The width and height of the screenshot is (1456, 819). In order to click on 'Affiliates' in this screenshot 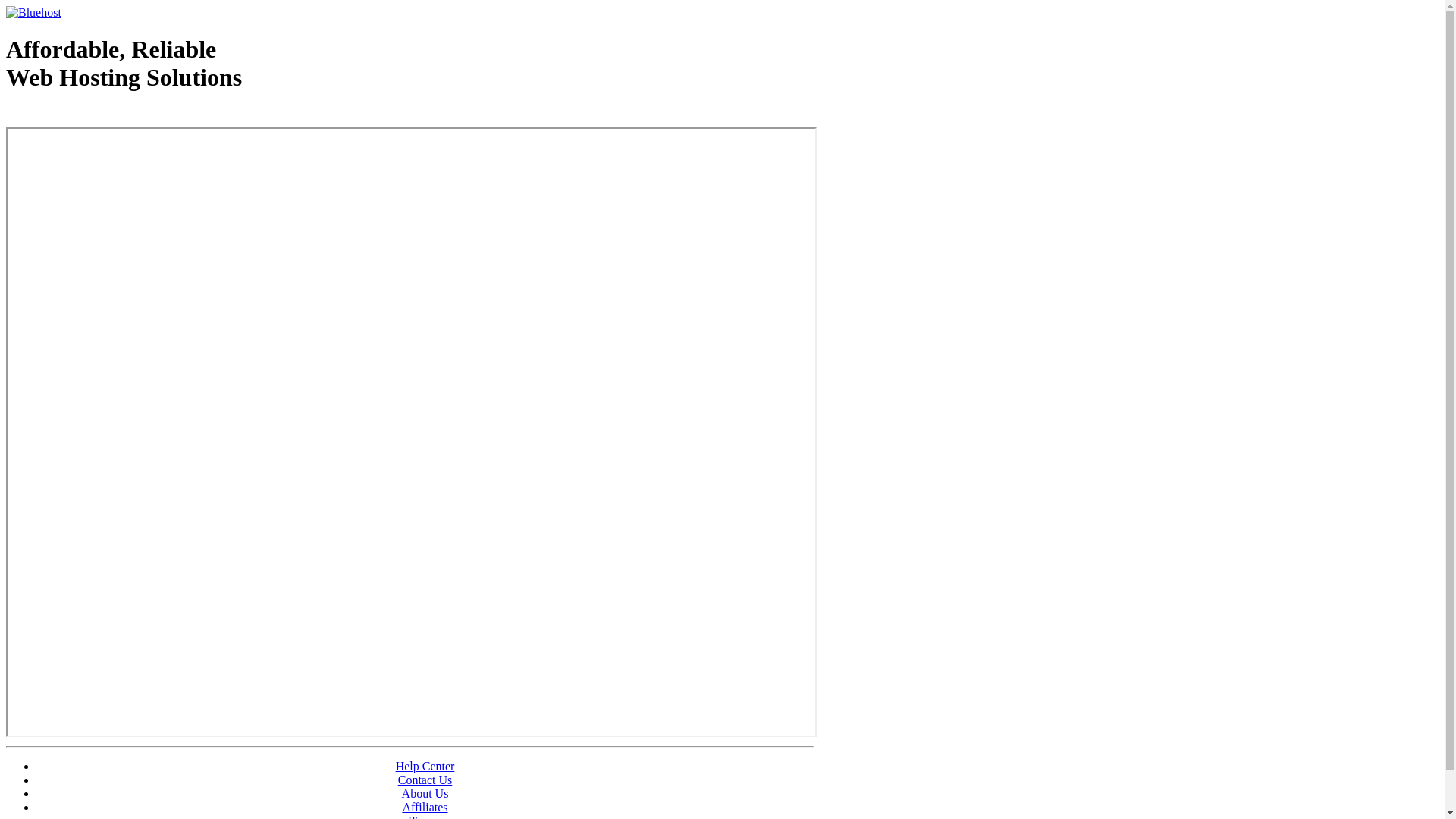, I will do `click(425, 806)`.